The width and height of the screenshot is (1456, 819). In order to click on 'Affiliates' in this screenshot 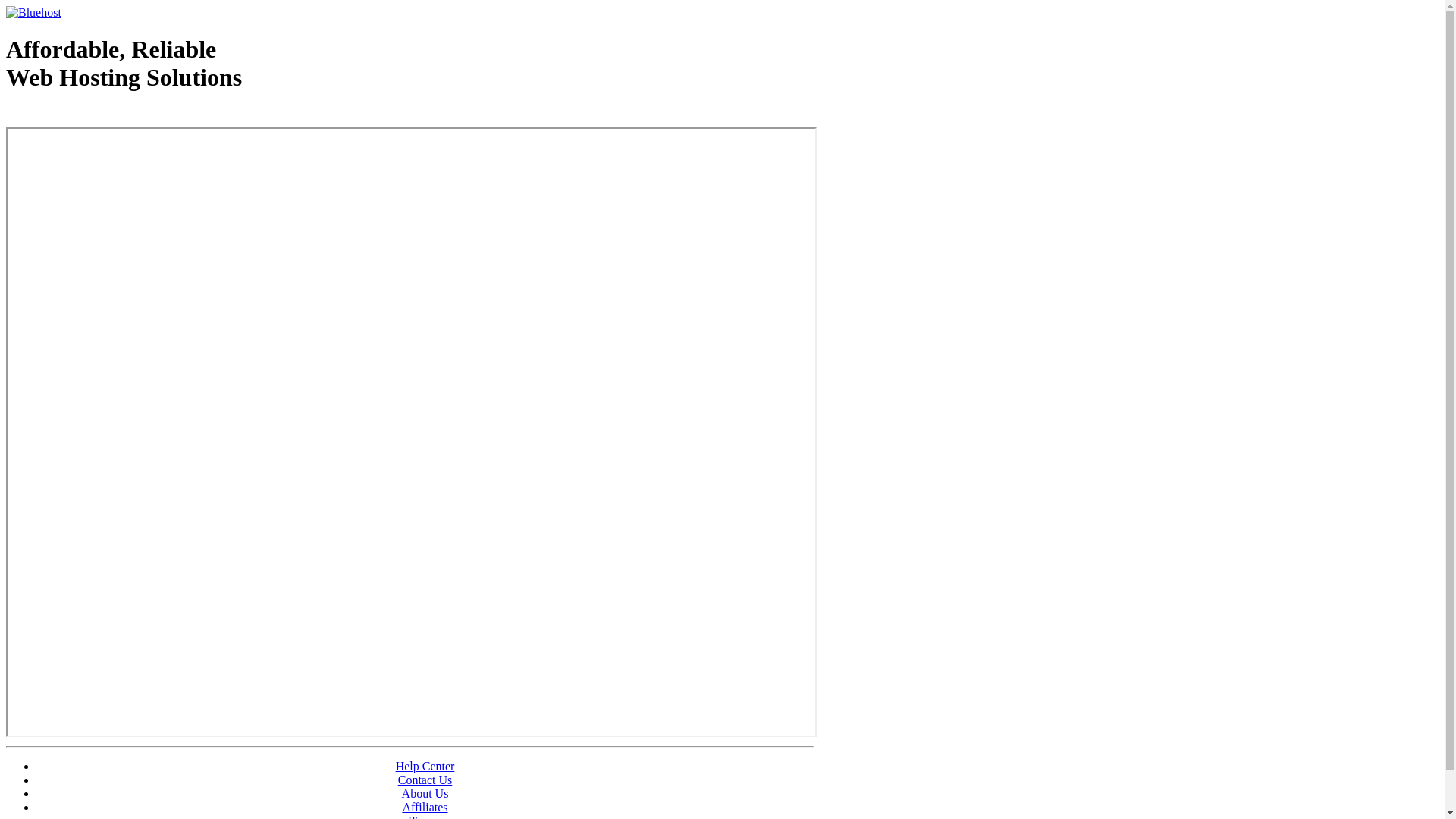, I will do `click(425, 806)`.